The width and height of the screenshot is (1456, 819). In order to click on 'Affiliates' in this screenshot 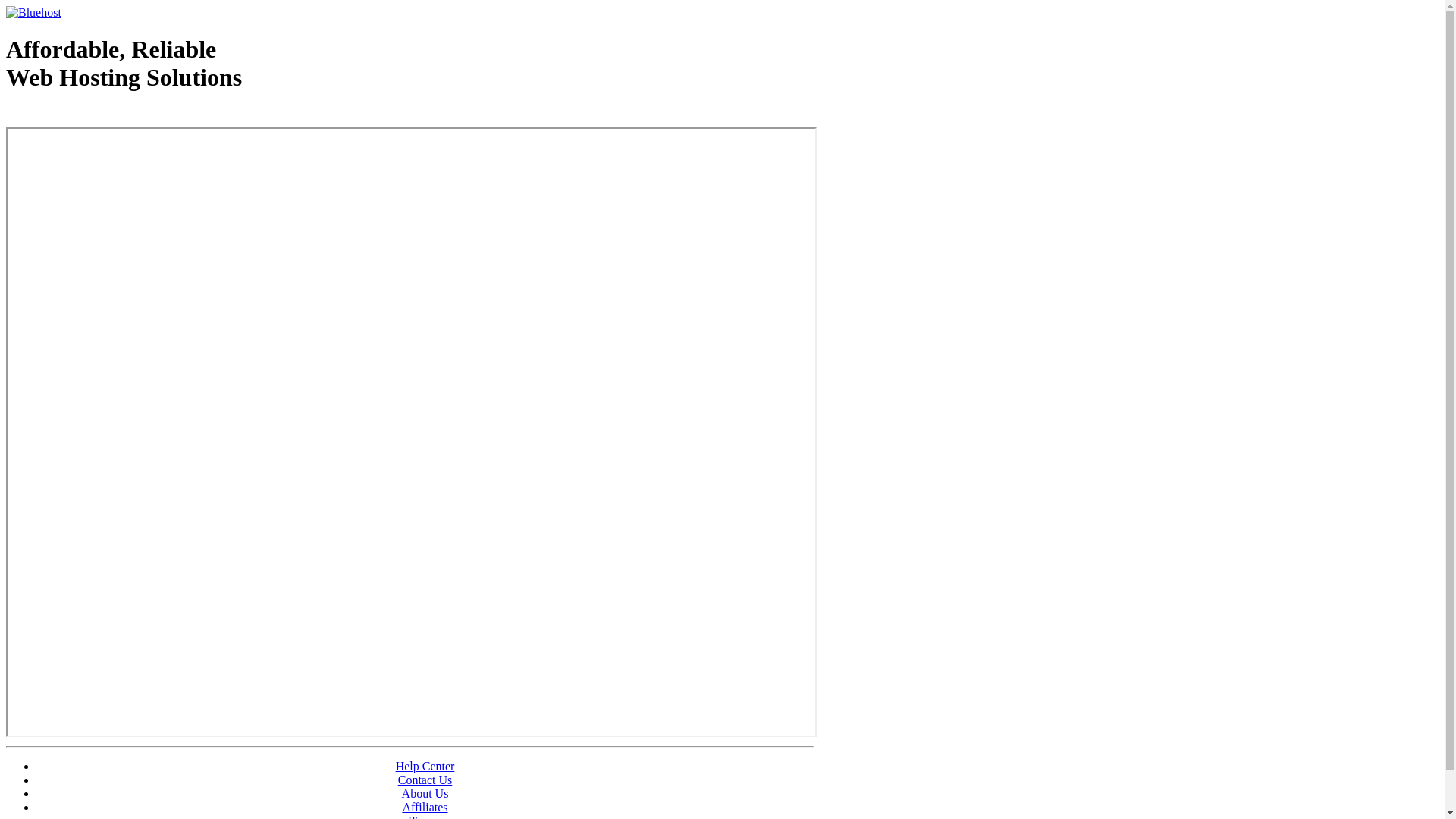, I will do `click(425, 806)`.